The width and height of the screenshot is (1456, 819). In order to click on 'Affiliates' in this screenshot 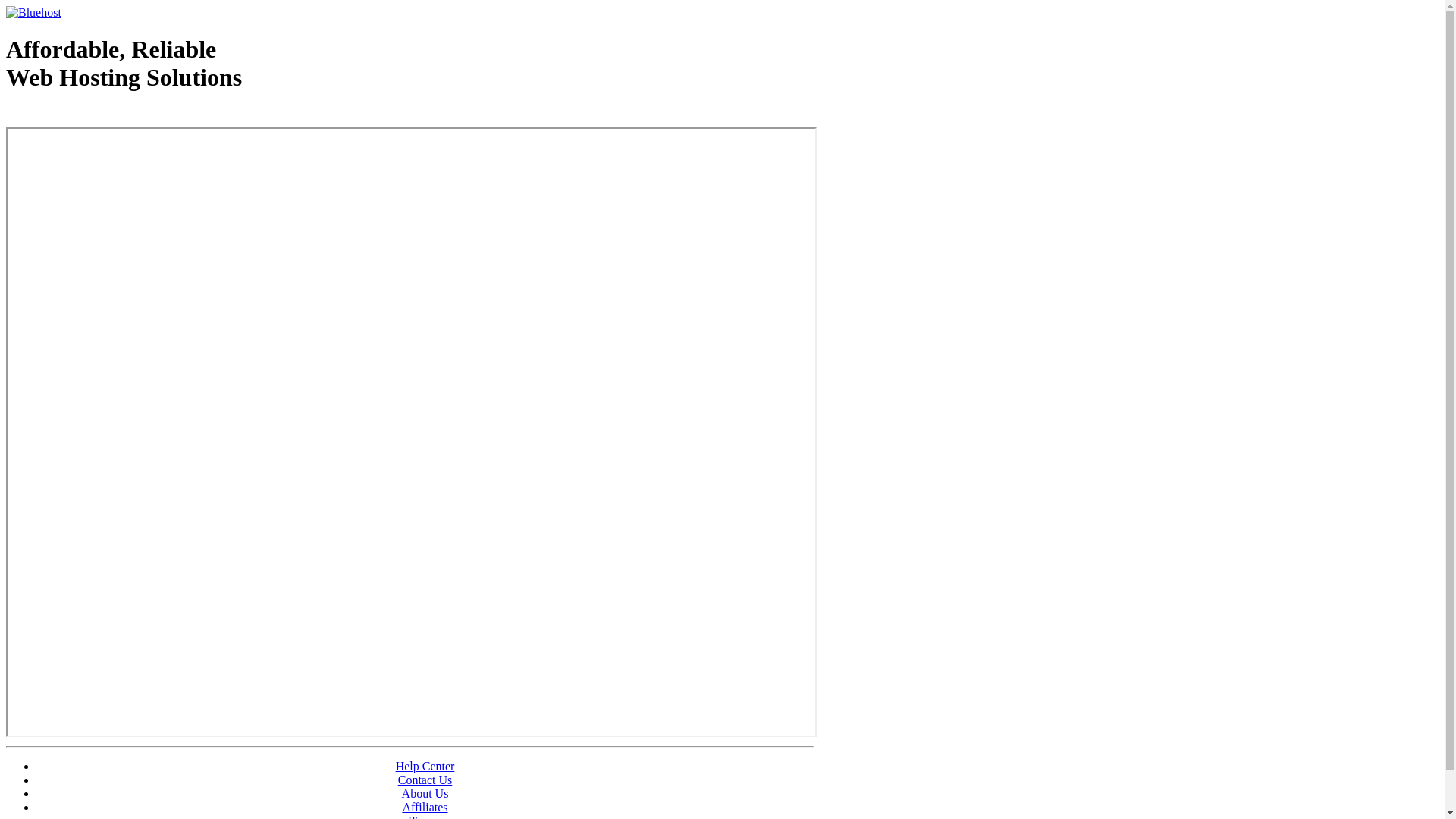, I will do `click(425, 806)`.